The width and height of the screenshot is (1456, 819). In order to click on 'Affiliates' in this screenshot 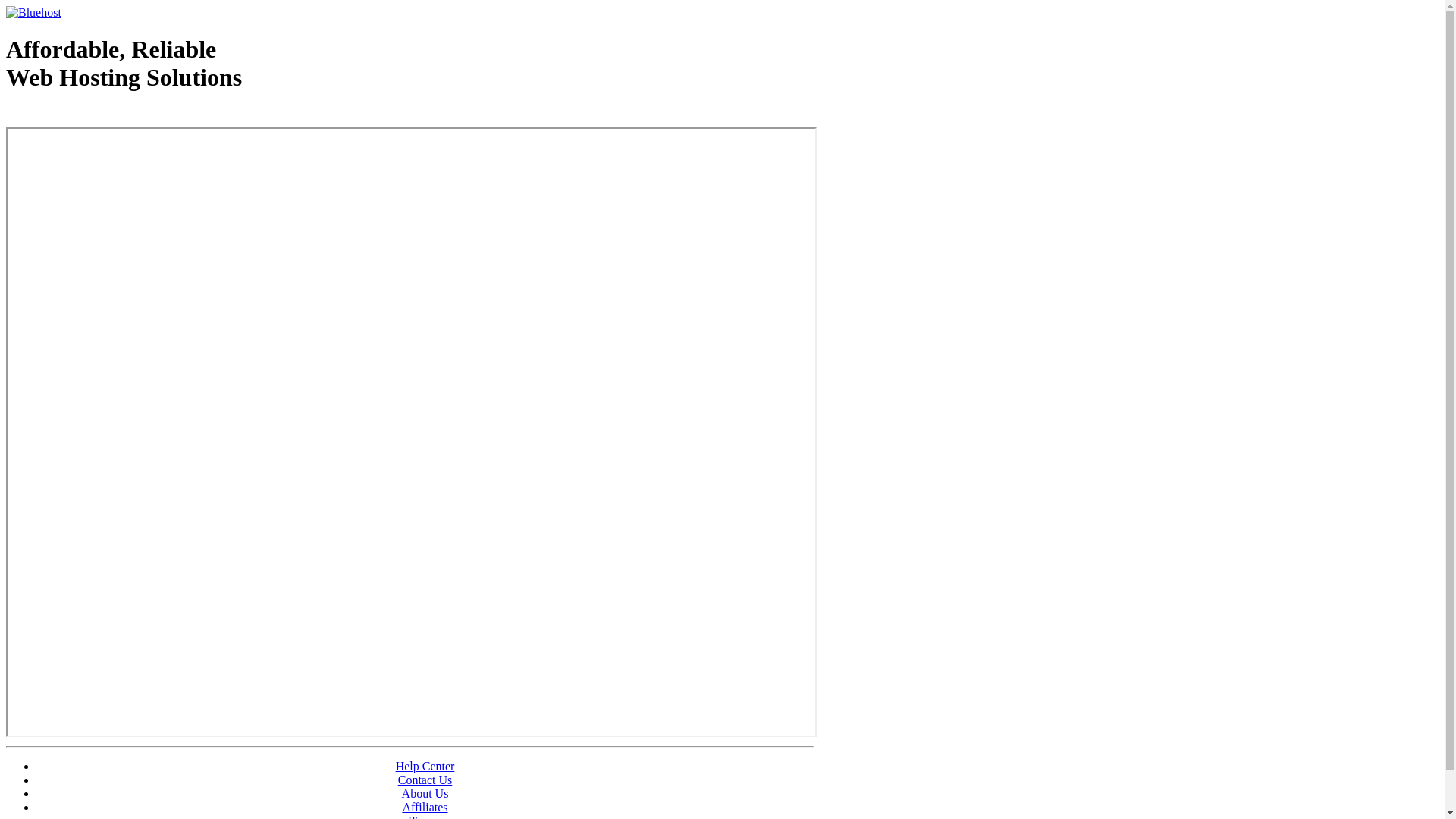, I will do `click(425, 806)`.